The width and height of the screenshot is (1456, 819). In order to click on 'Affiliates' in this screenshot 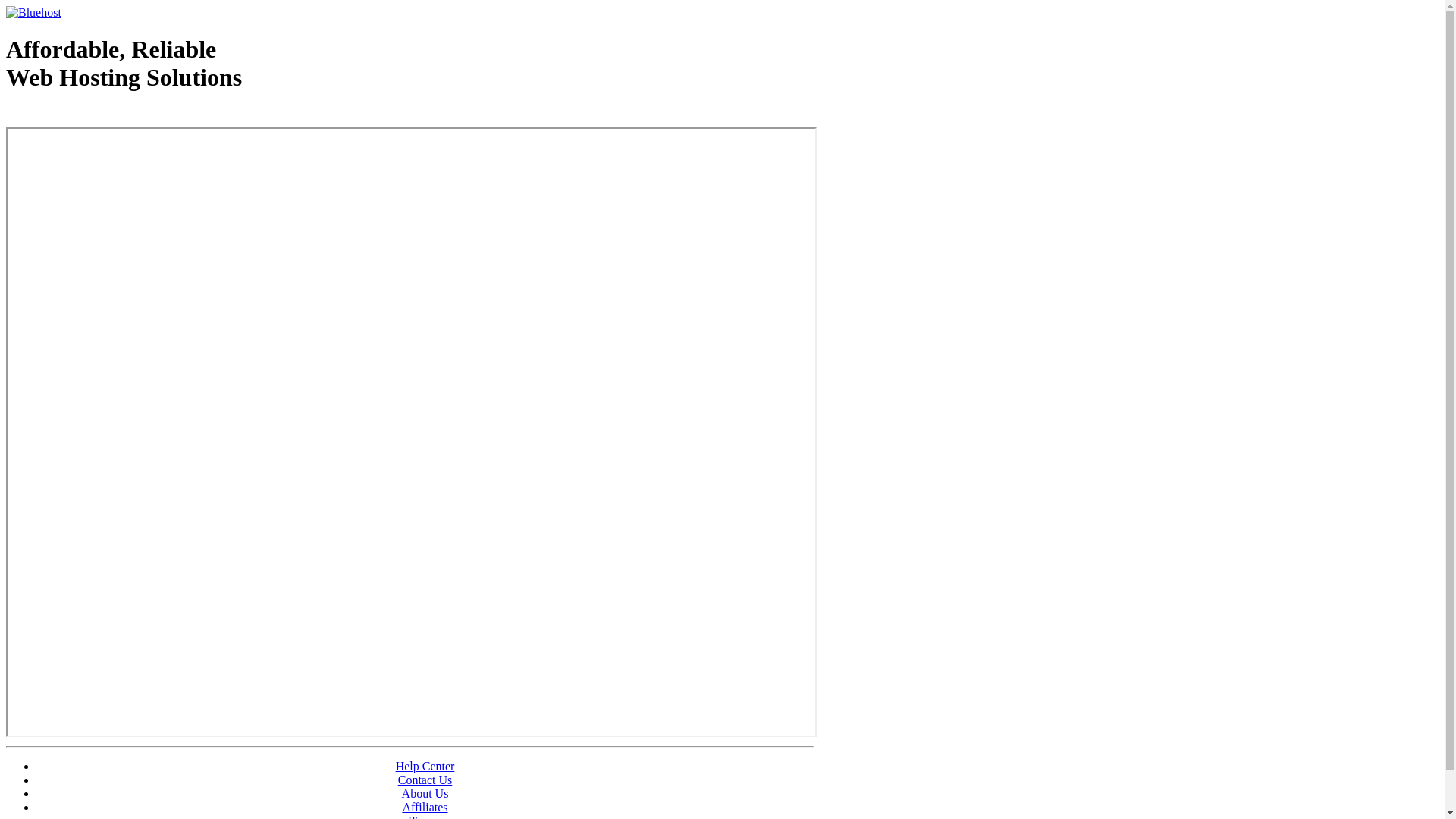, I will do `click(425, 806)`.